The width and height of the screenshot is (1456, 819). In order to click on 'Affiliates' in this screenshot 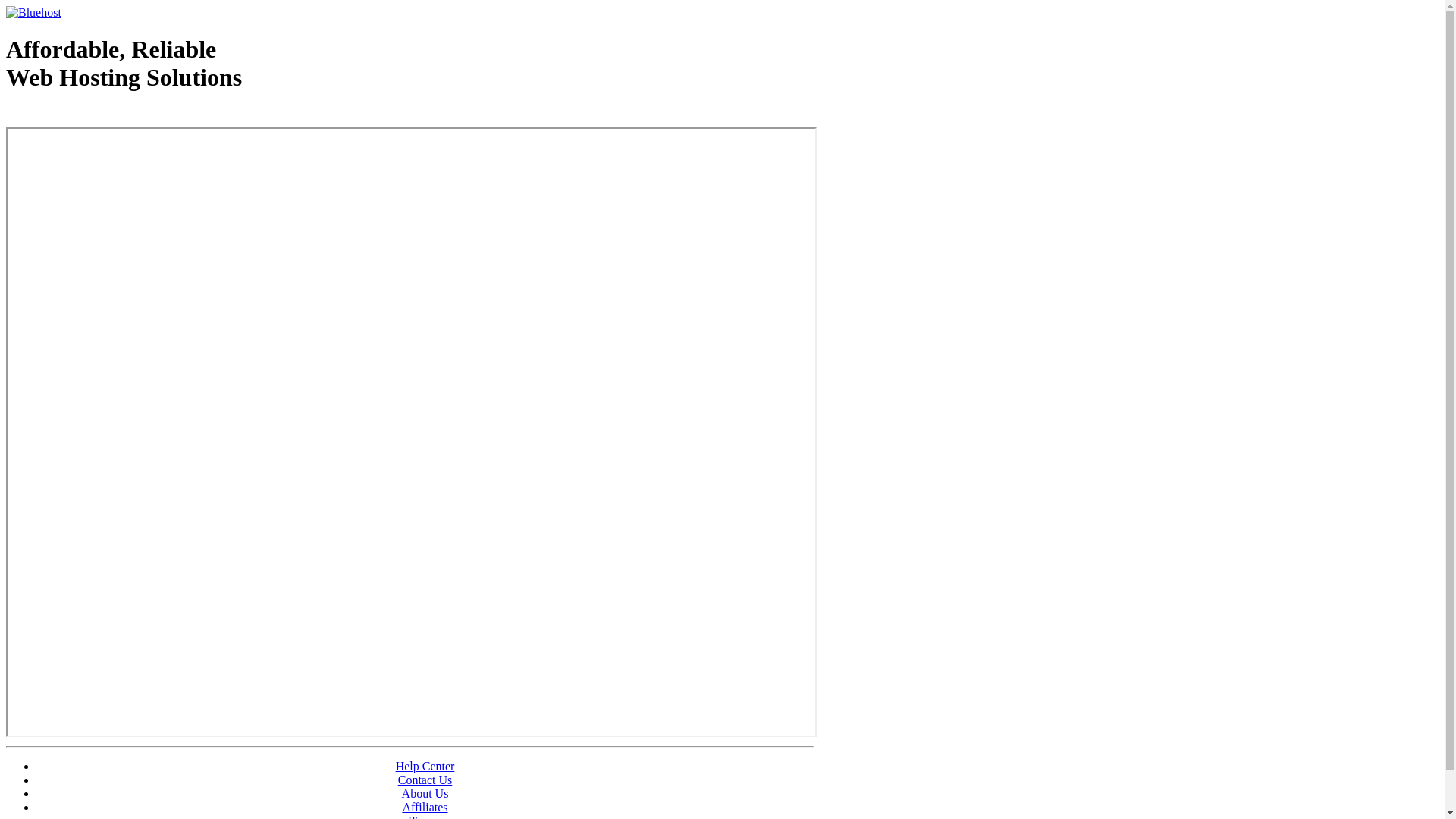, I will do `click(425, 806)`.